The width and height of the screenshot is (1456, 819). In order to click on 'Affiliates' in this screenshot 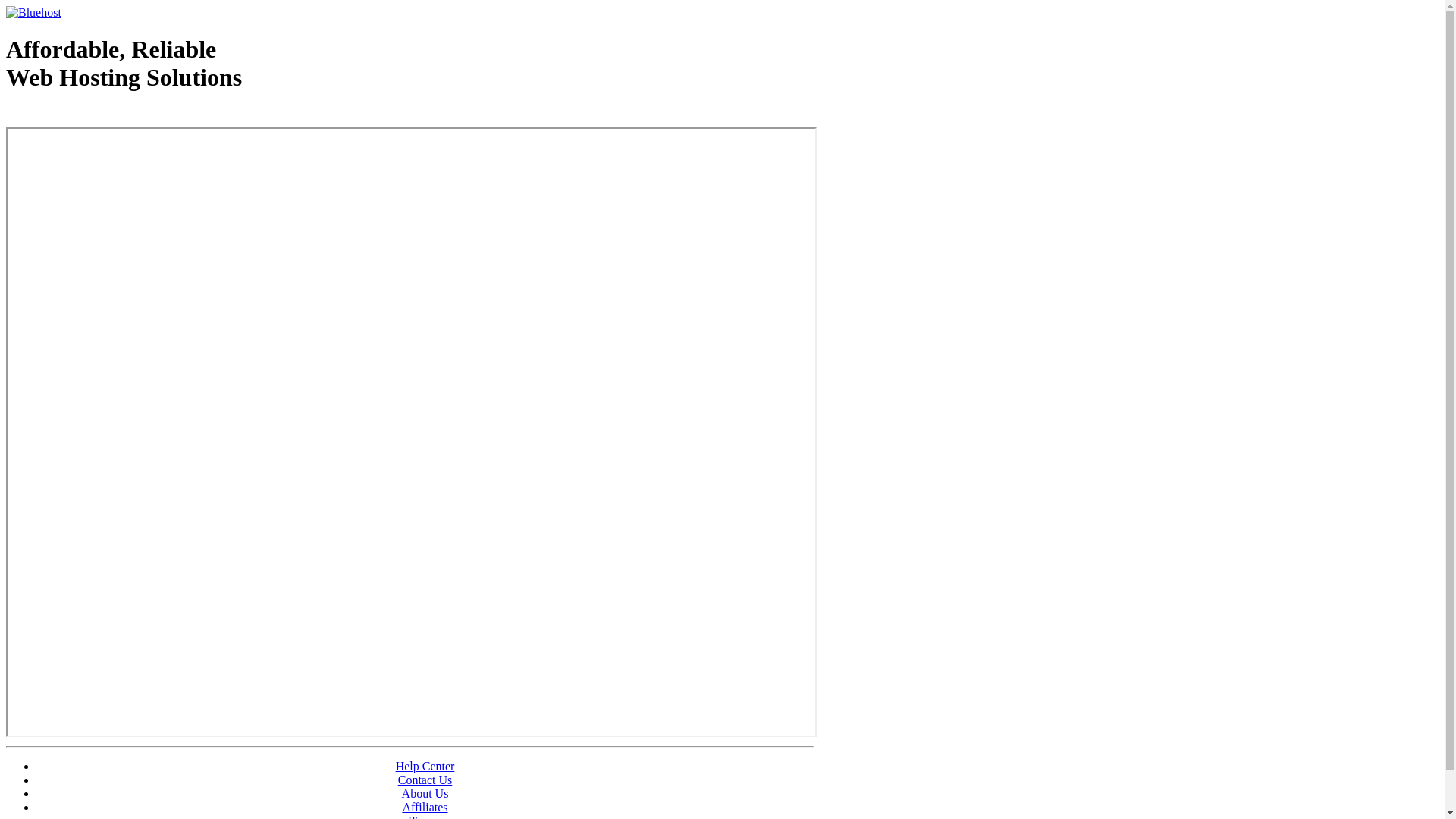, I will do `click(425, 806)`.